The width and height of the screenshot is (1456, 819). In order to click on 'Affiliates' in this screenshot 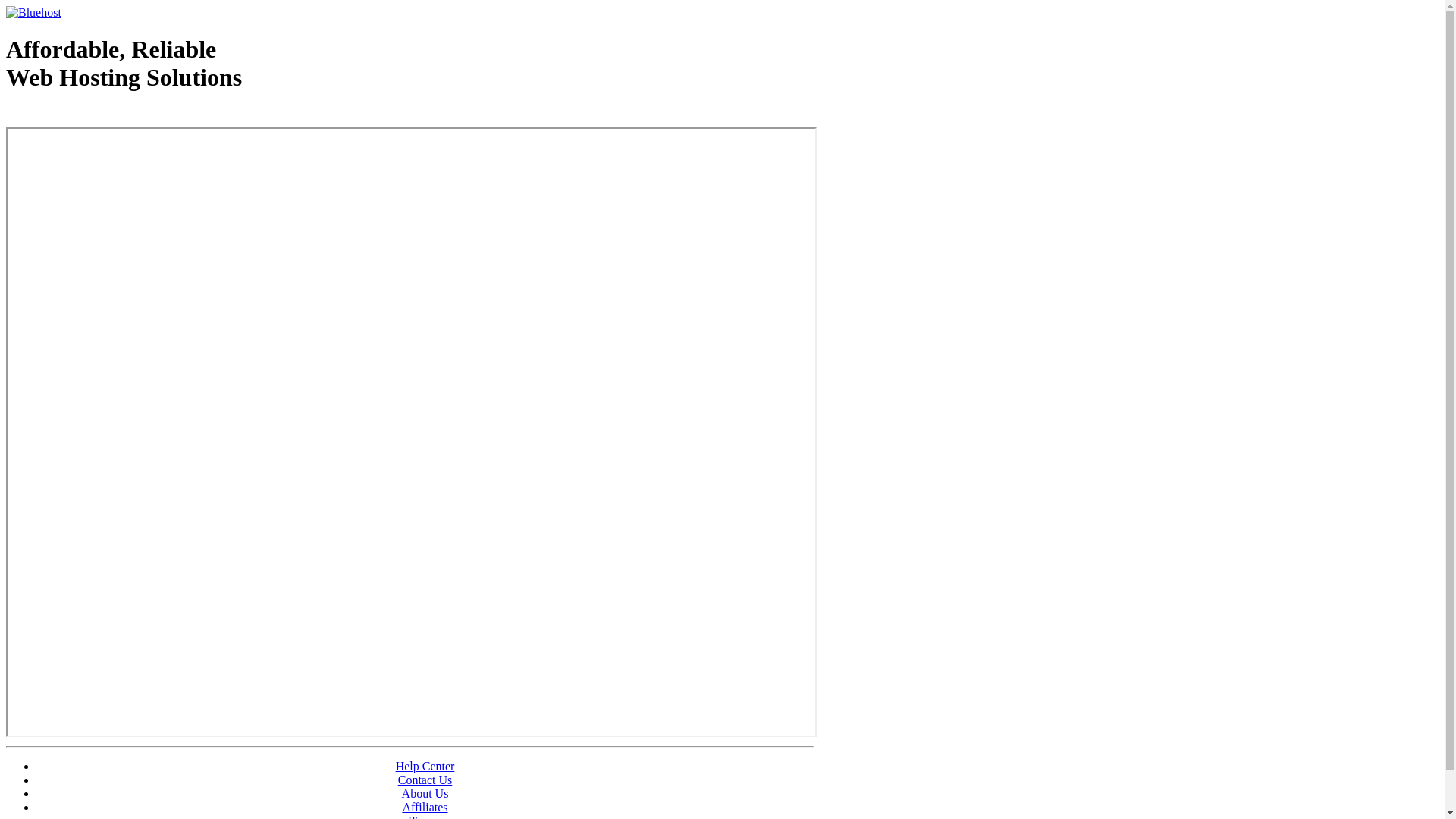, I will do `click(425, 806)`.